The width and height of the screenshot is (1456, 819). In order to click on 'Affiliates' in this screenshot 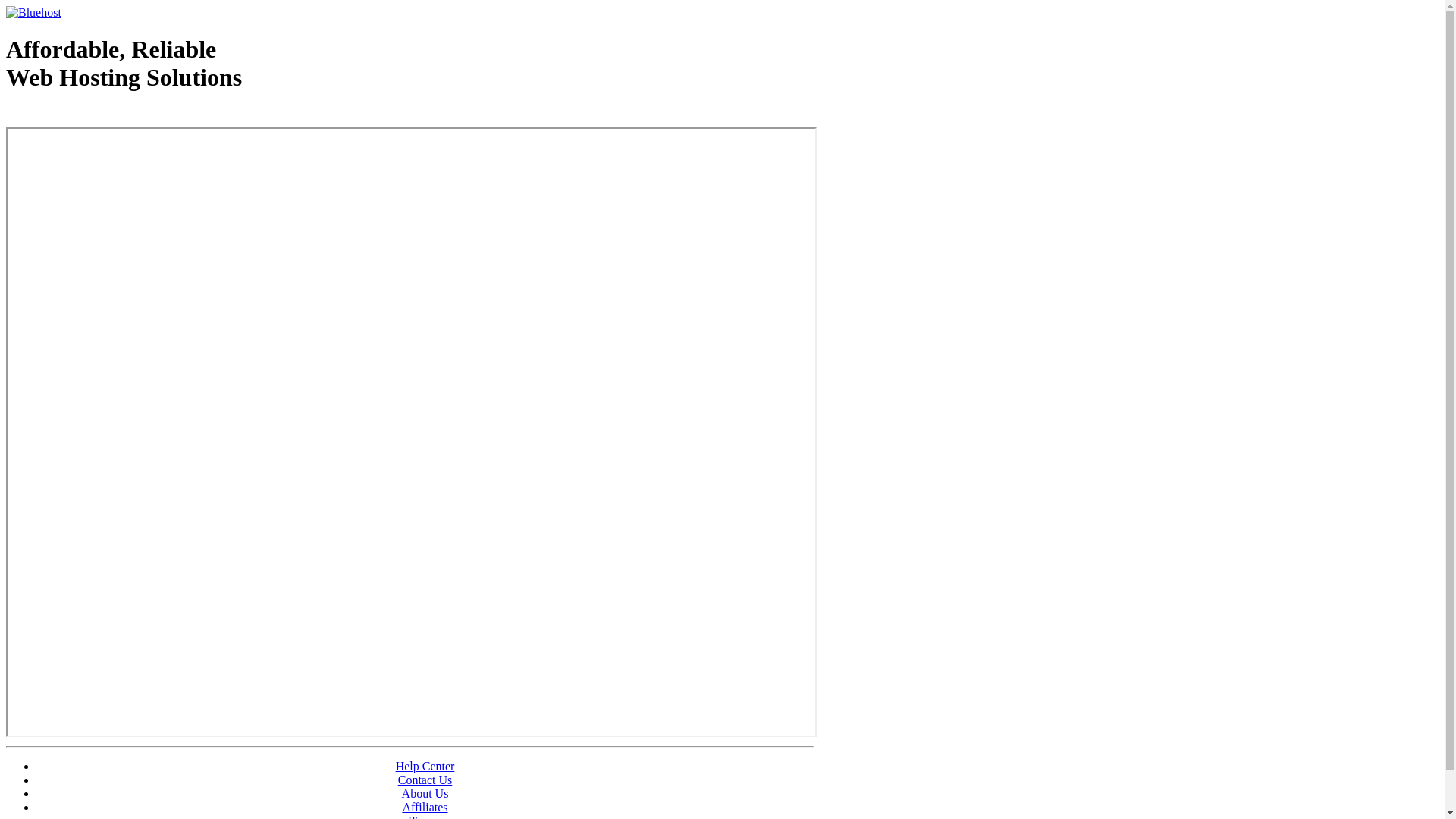, I will do `click(425, 806)`.